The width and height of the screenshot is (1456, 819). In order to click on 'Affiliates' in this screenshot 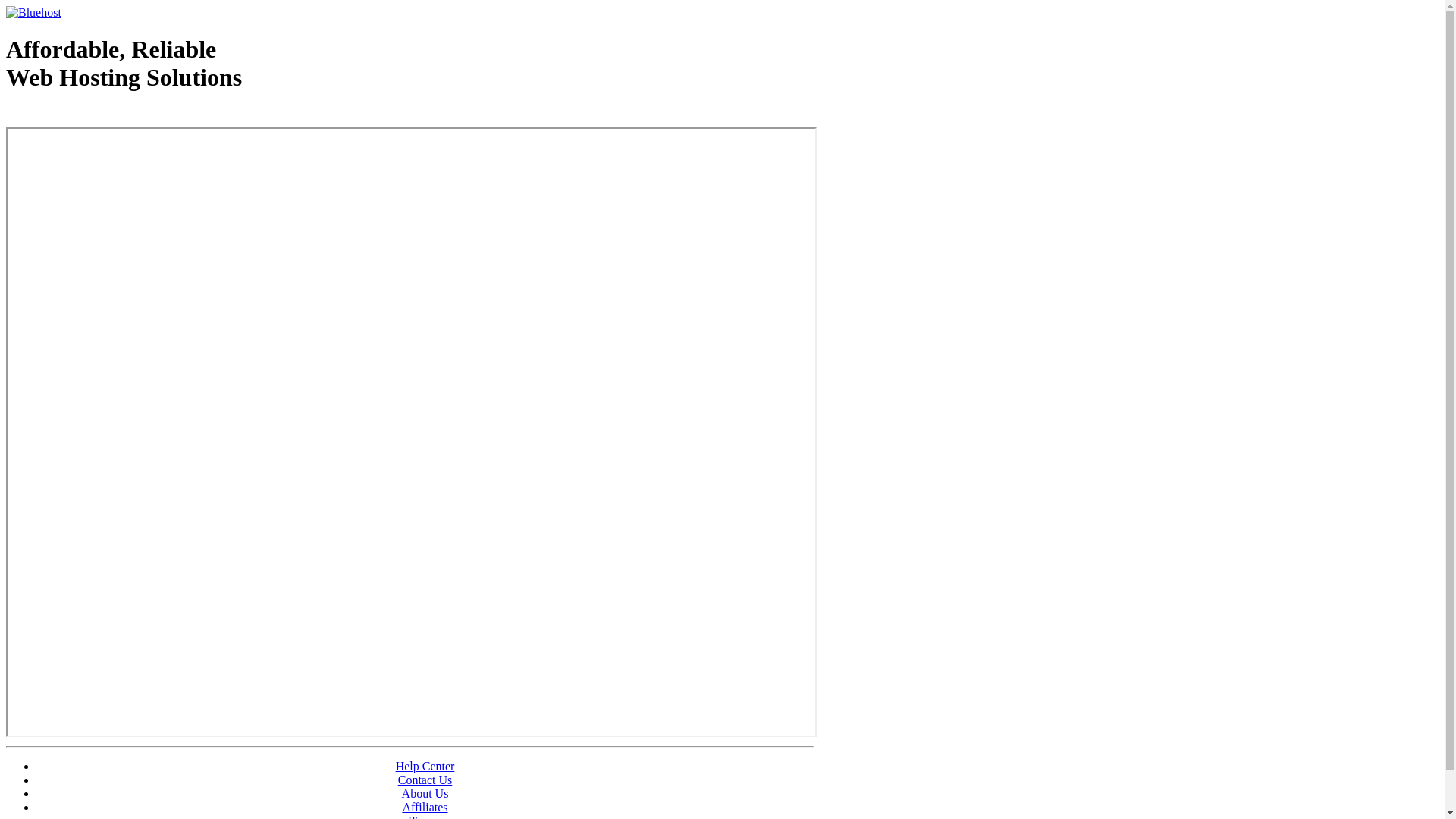, I will do `click(425, 806)`.